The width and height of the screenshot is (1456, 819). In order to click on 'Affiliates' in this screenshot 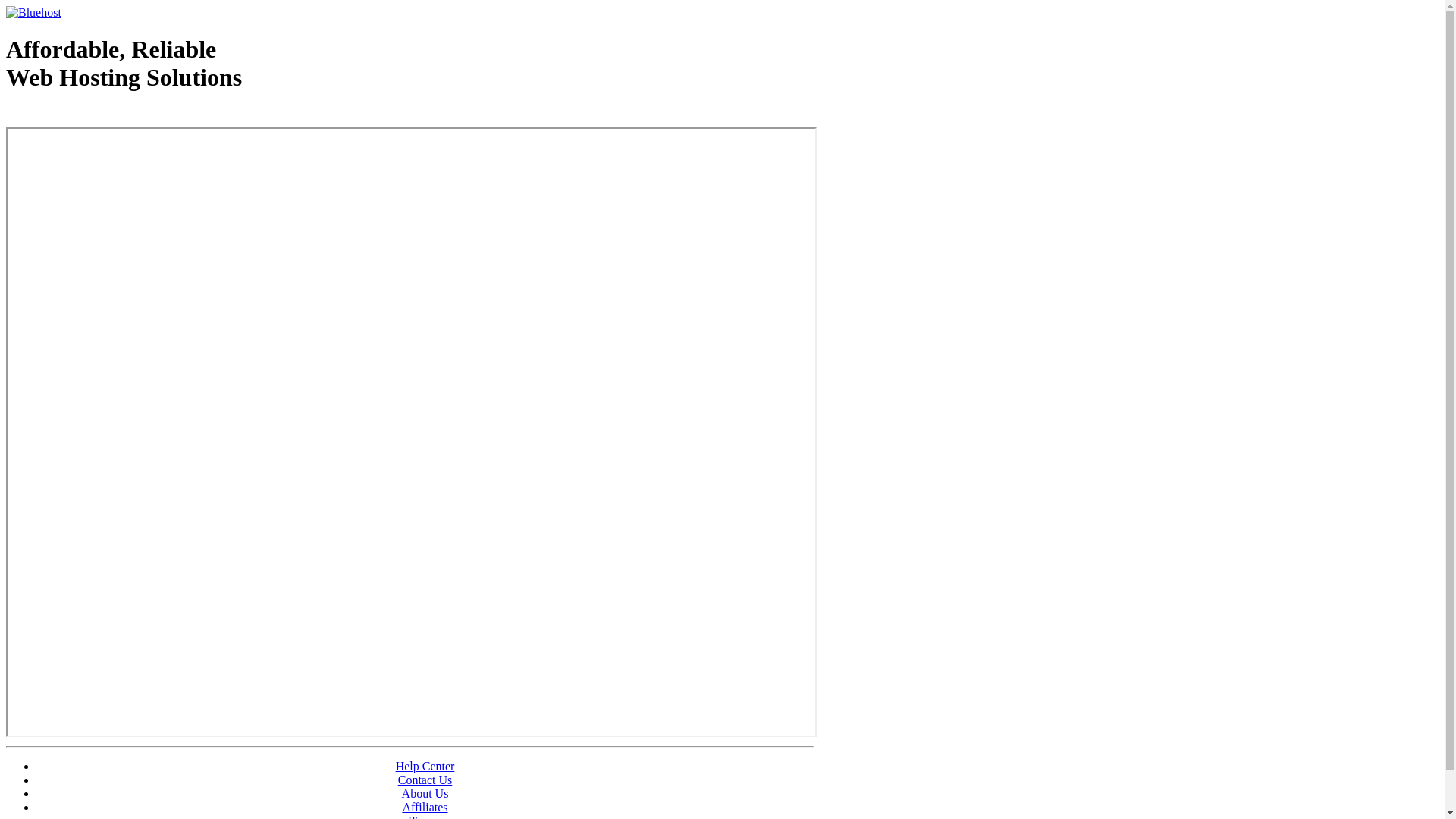, I will do `click(425, 806)`.